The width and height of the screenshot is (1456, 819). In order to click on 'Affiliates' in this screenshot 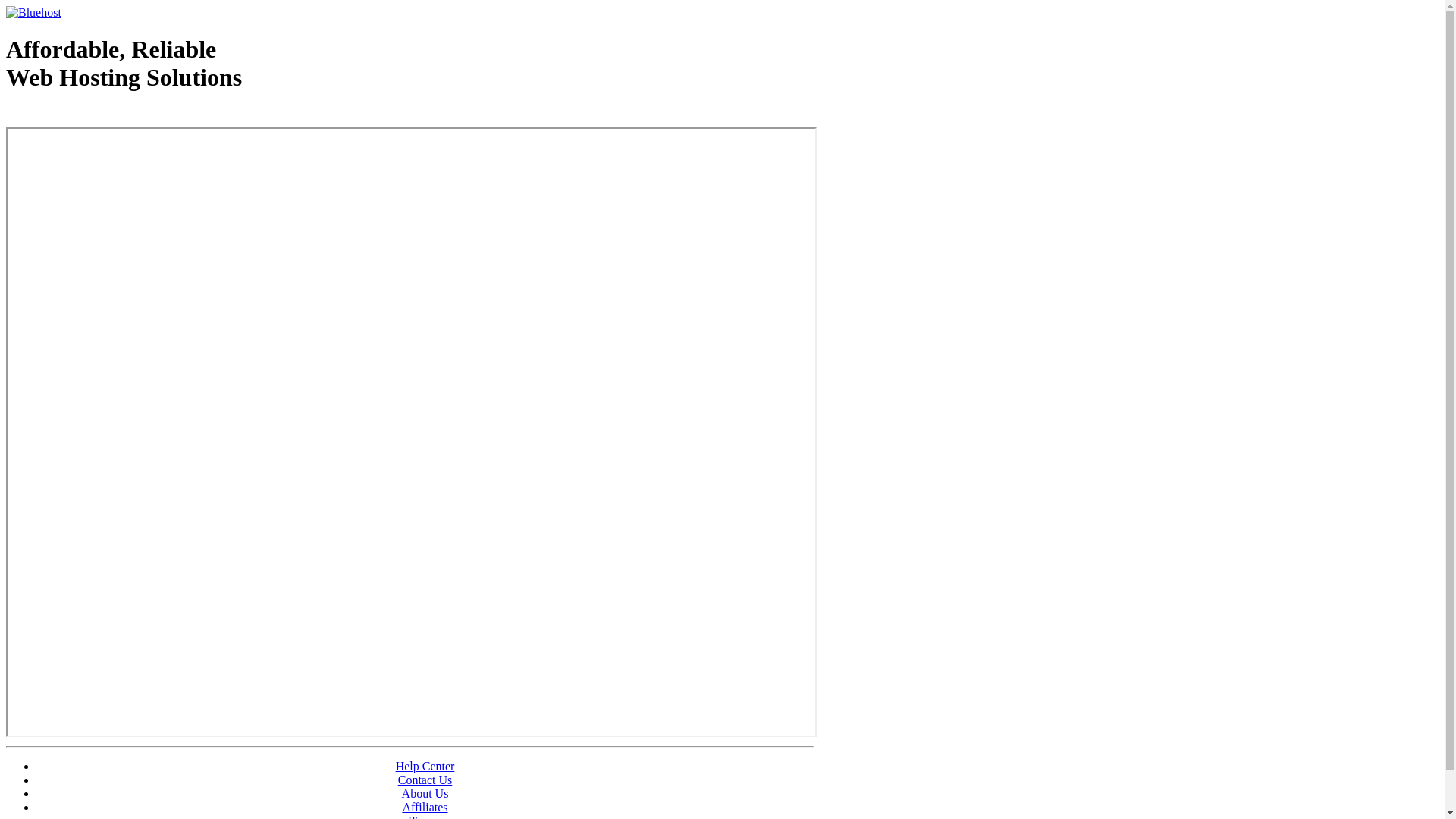, I will do `click(425, 806)`.